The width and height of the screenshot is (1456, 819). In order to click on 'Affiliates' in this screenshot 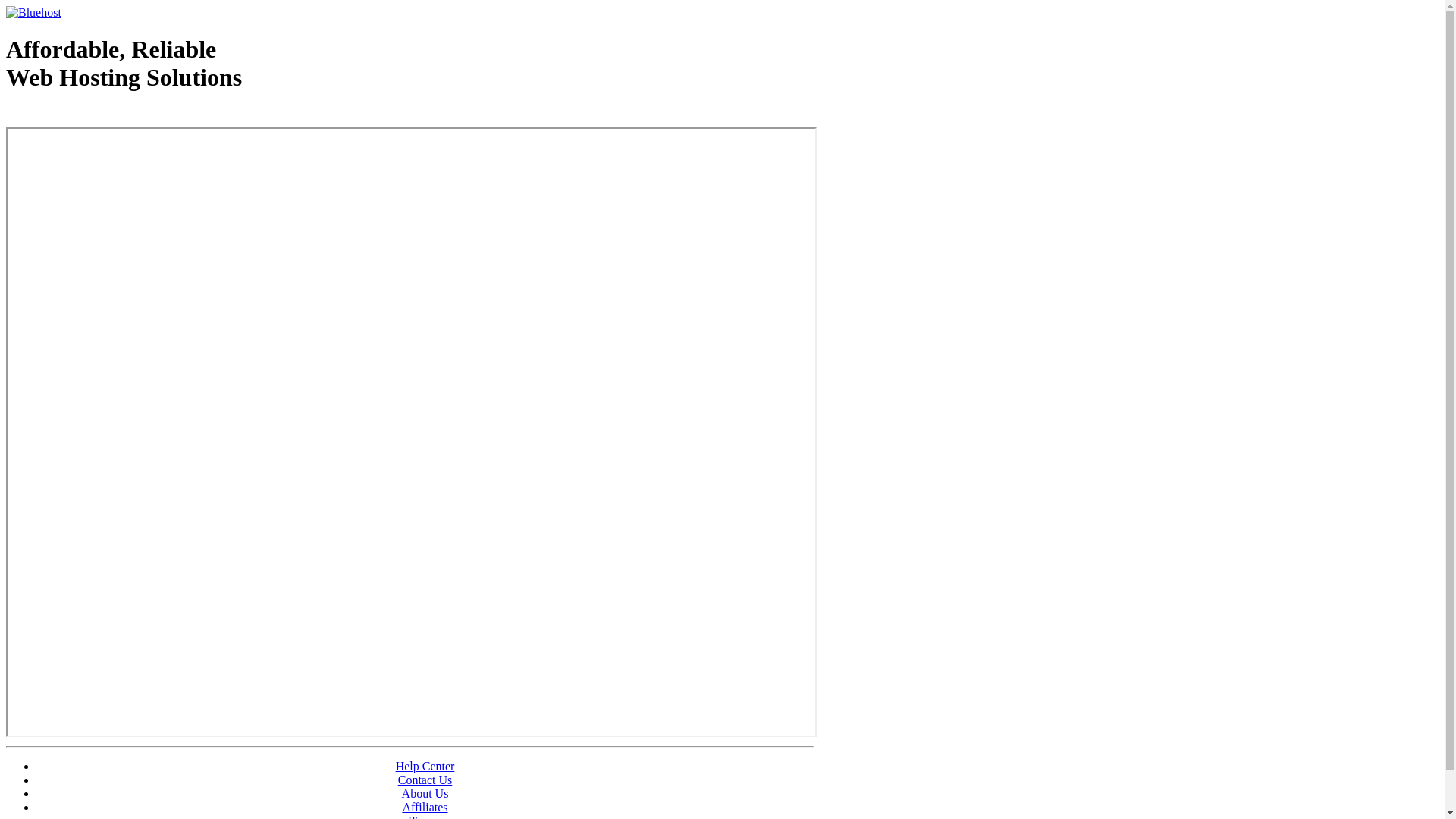, I will do `click(425, 806)`.